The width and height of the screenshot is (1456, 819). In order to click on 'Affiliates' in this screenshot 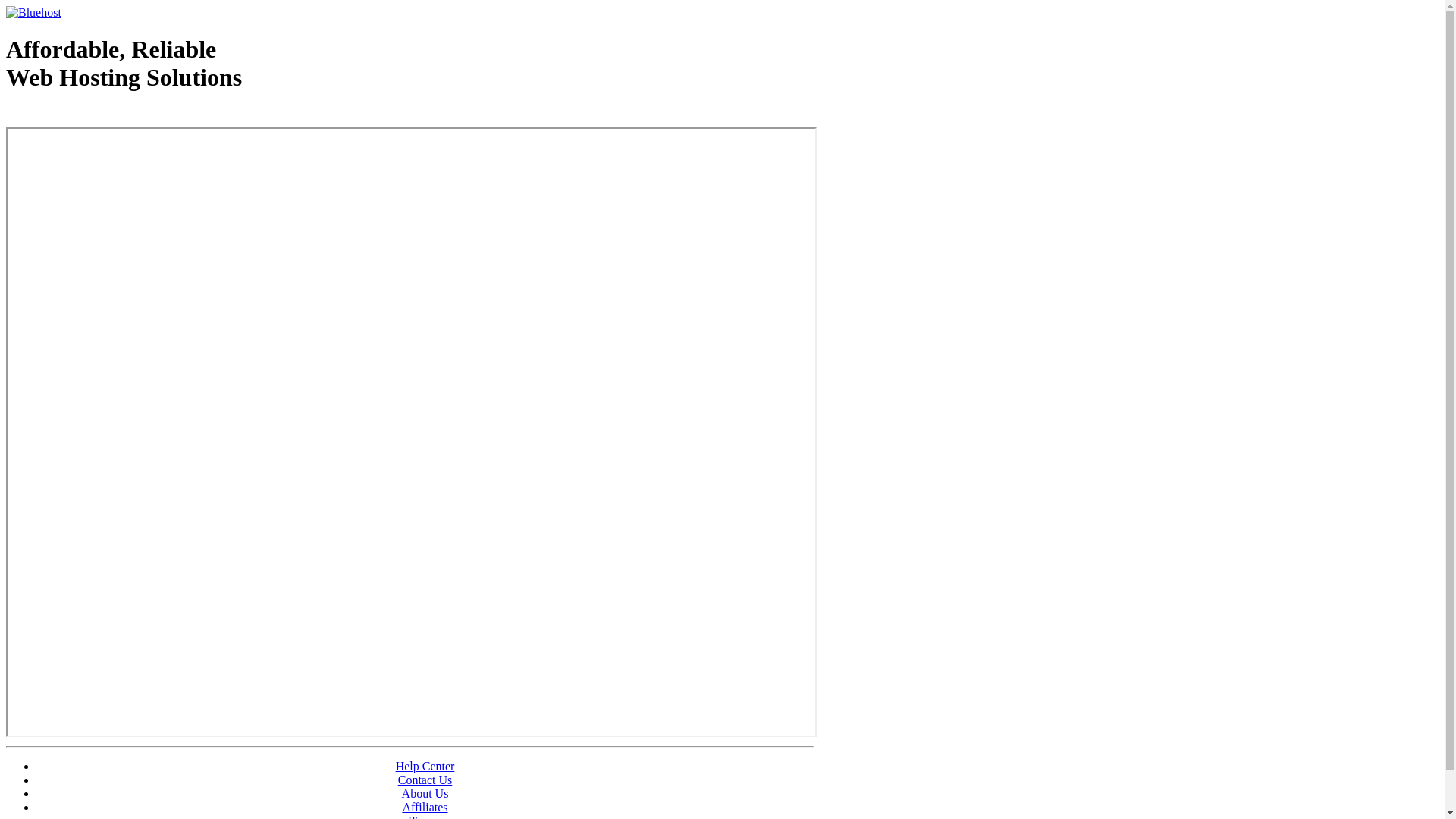, I will do `click(425, 806)`.